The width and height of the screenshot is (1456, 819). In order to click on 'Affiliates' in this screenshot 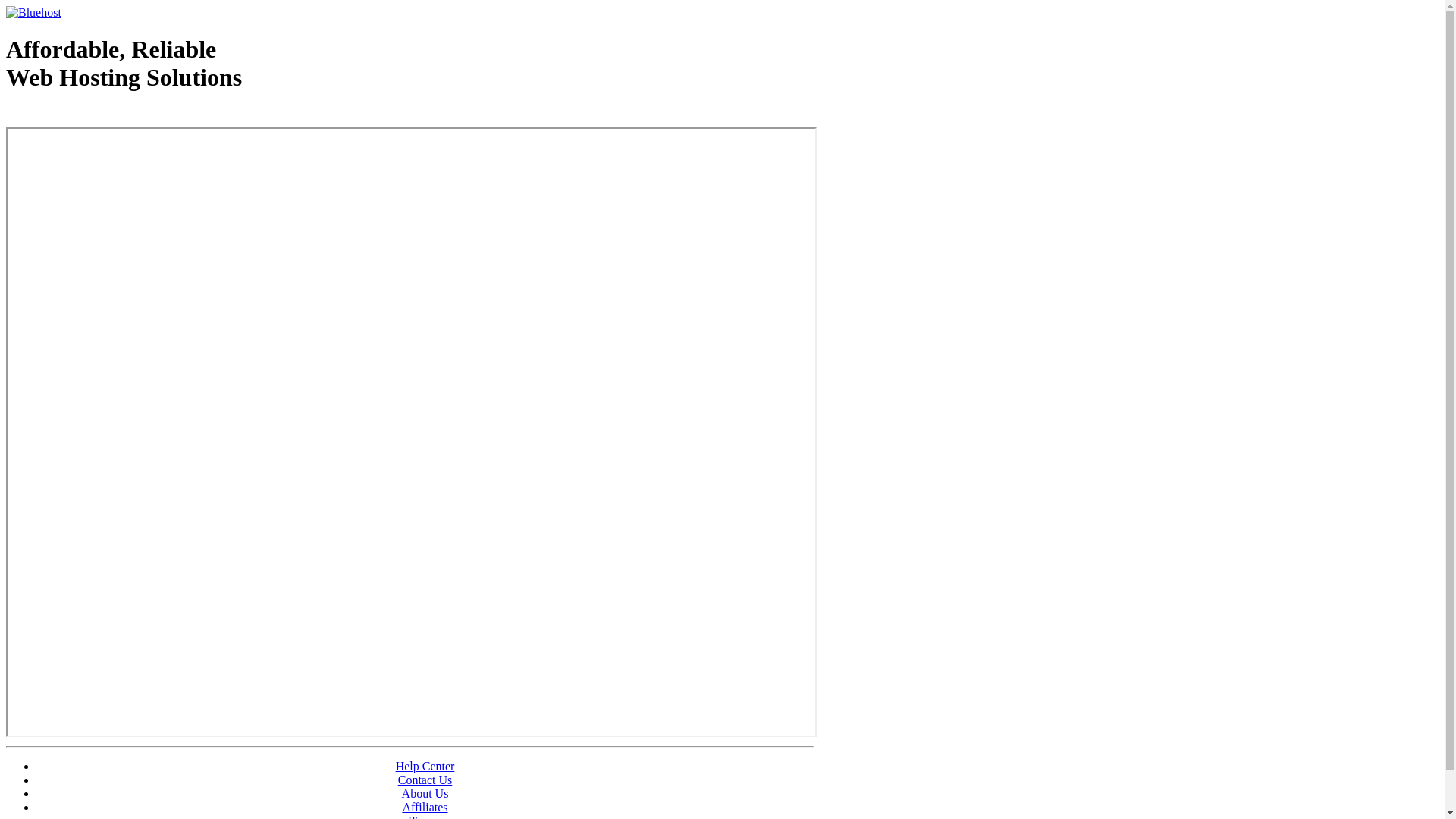, I will do `click(425, 806)`.